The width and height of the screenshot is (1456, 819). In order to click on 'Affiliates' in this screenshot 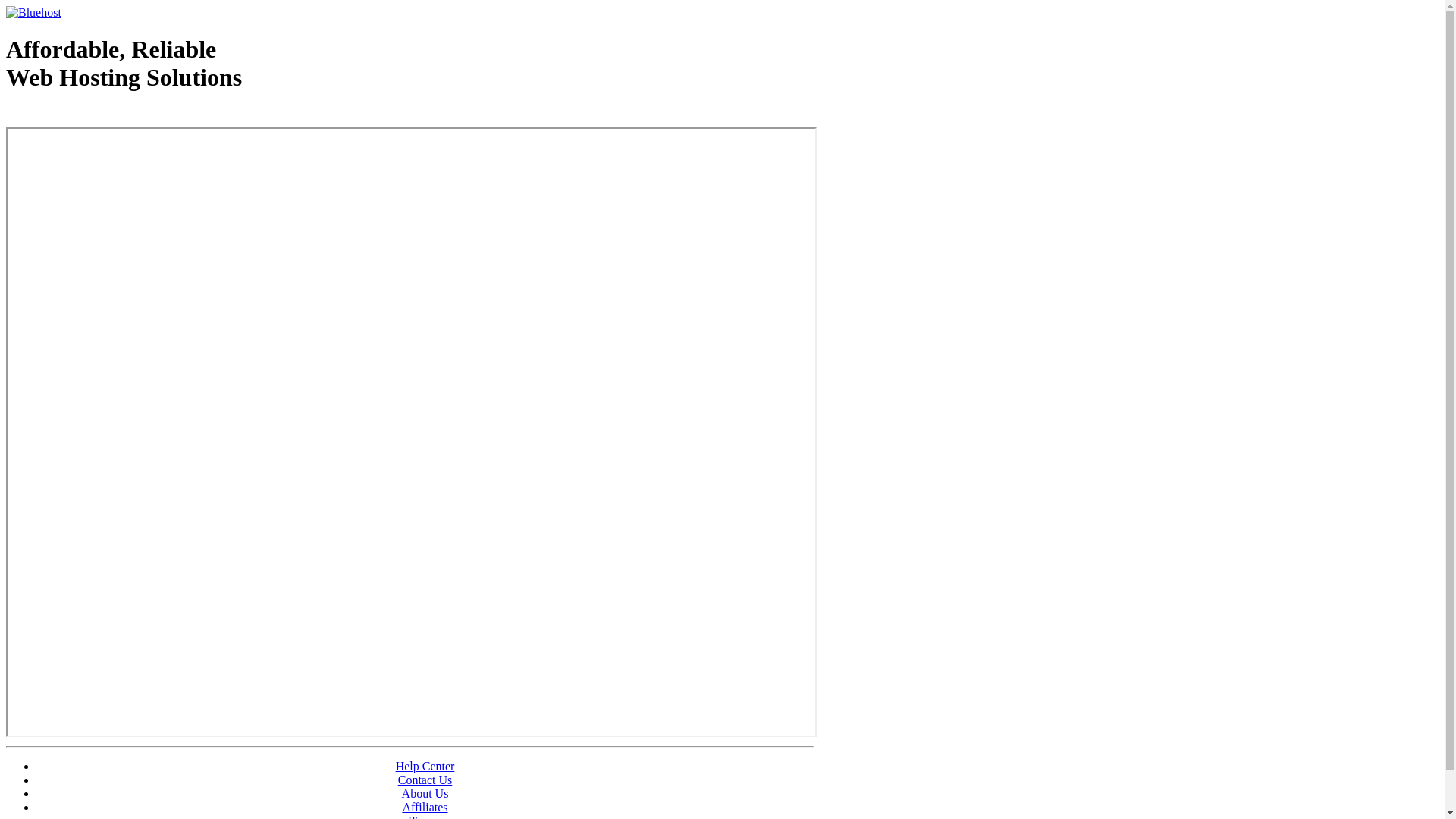, I will do `click(425, 806)`.